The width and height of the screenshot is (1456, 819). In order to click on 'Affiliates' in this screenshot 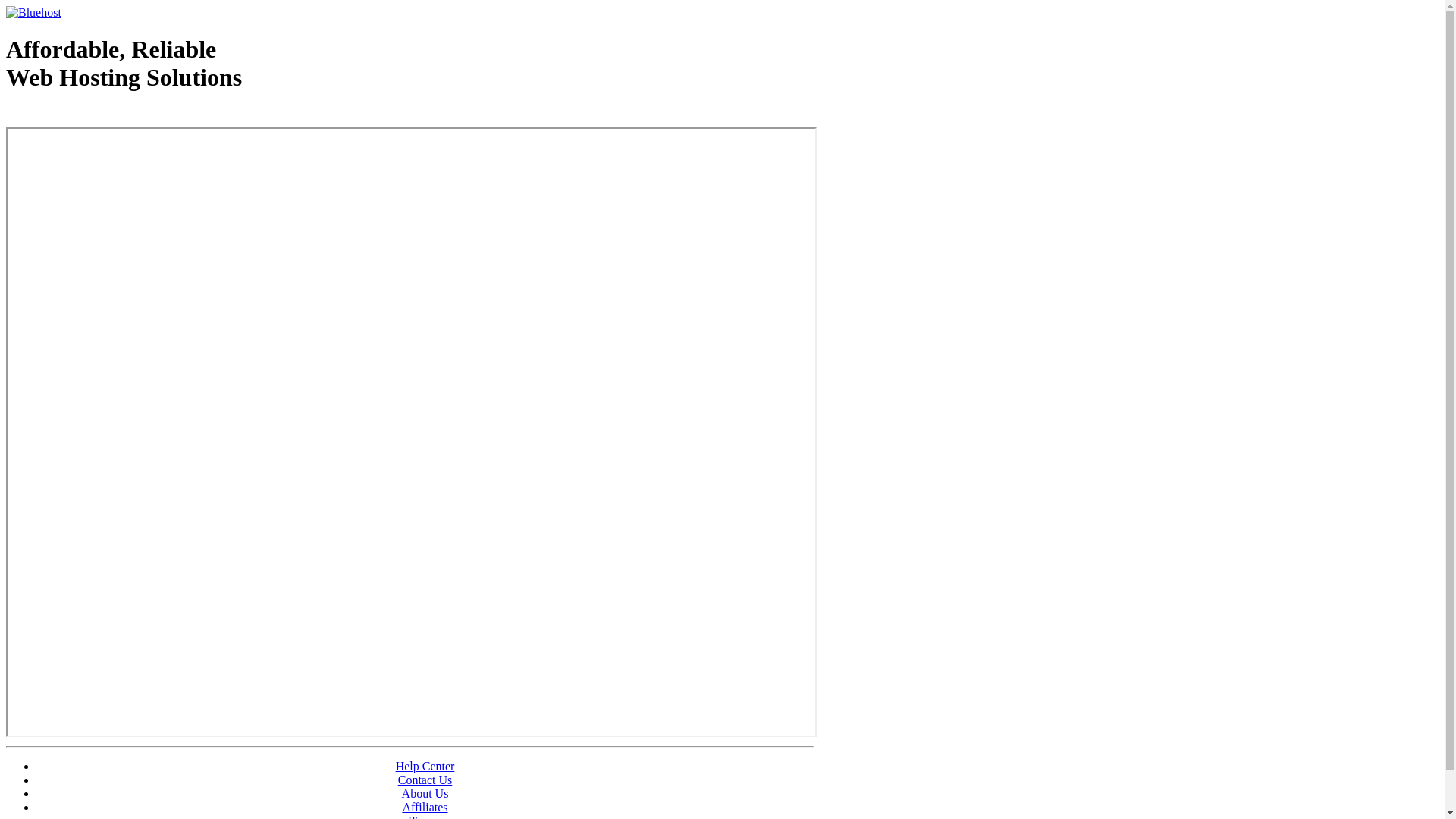, I will do `click(425, 806)`.